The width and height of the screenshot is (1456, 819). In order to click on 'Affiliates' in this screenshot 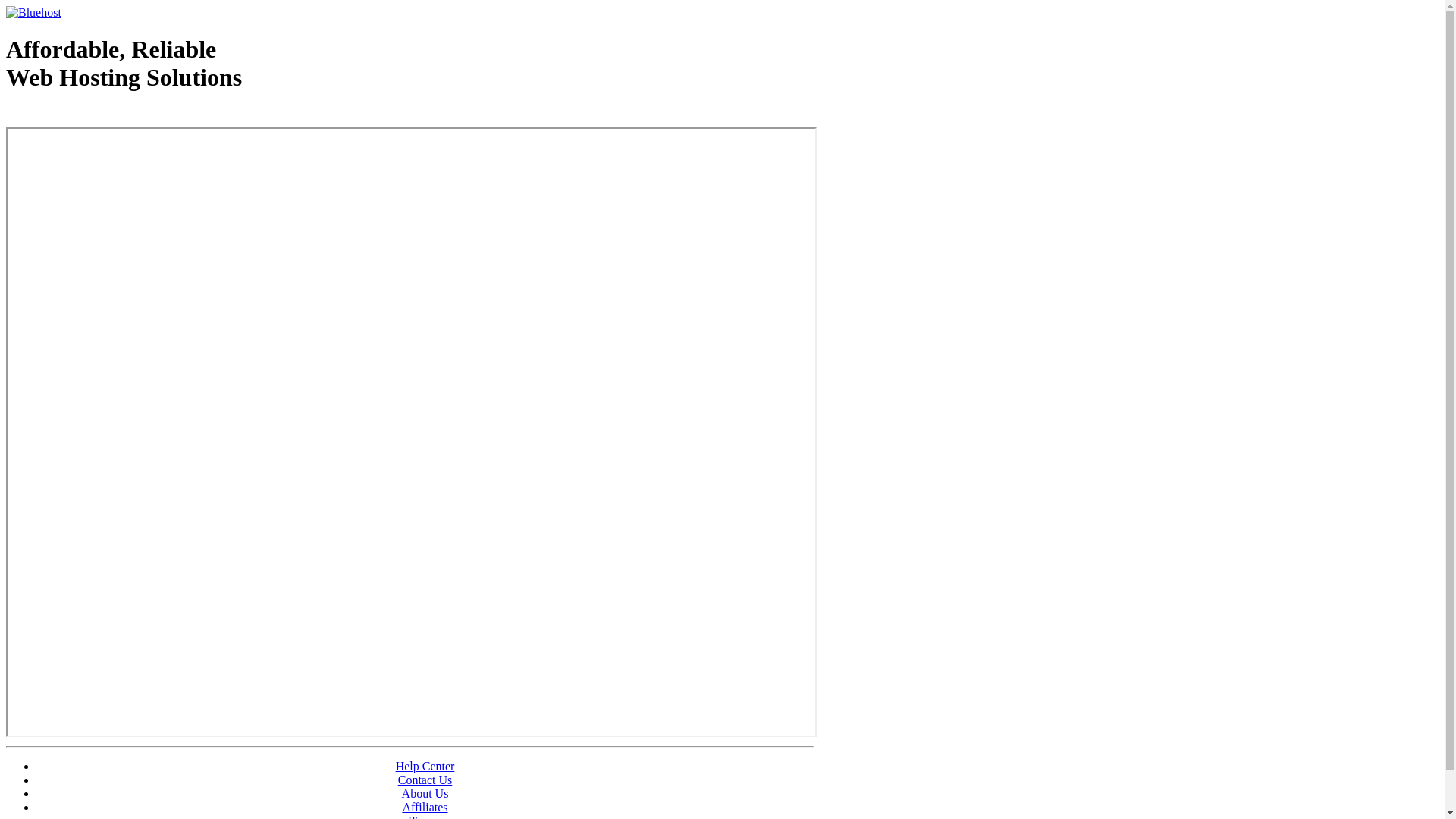, I will do `click(425, 806)`.